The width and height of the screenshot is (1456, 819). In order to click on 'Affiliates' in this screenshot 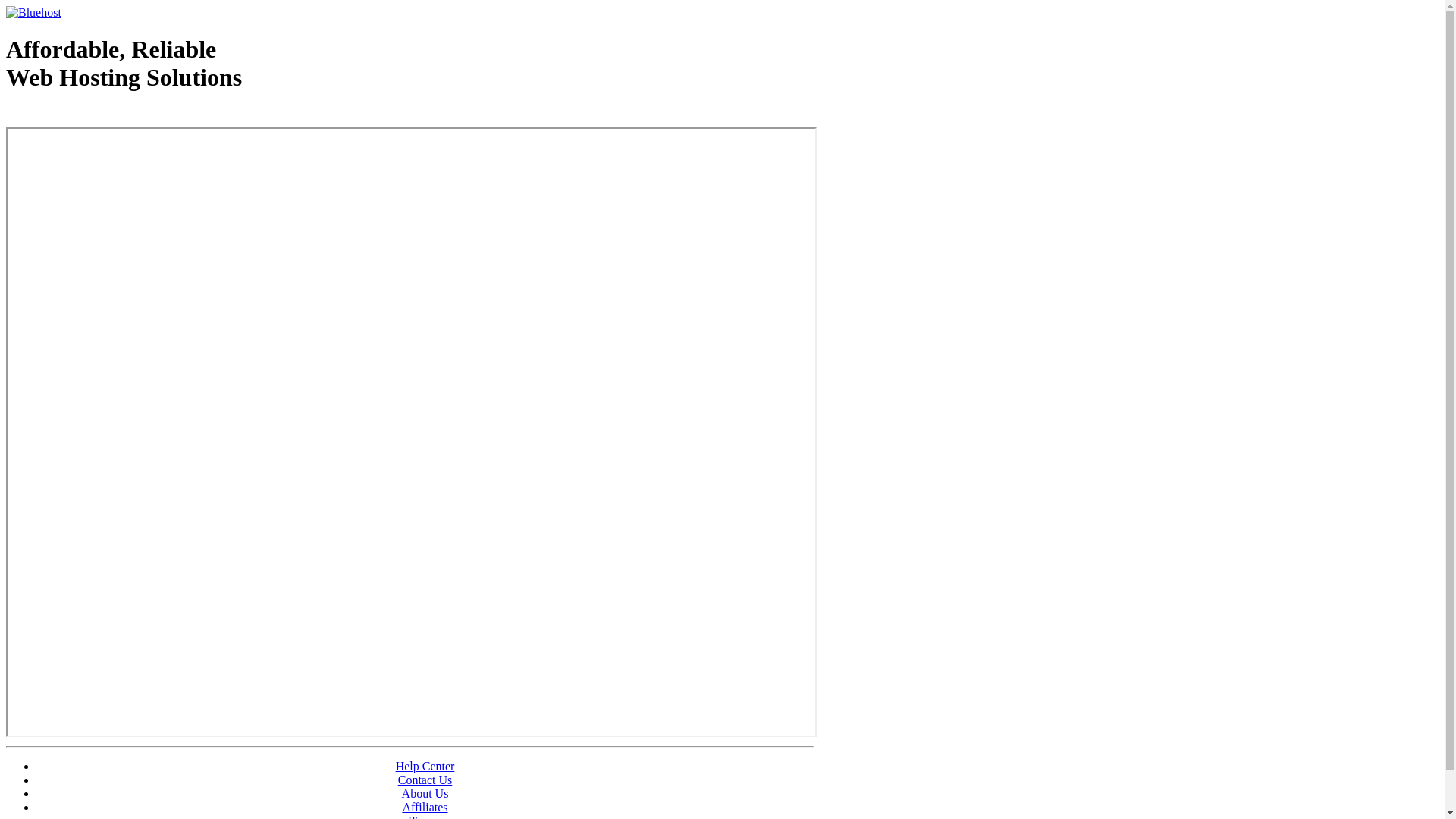, I will do `click(425, 806)`.